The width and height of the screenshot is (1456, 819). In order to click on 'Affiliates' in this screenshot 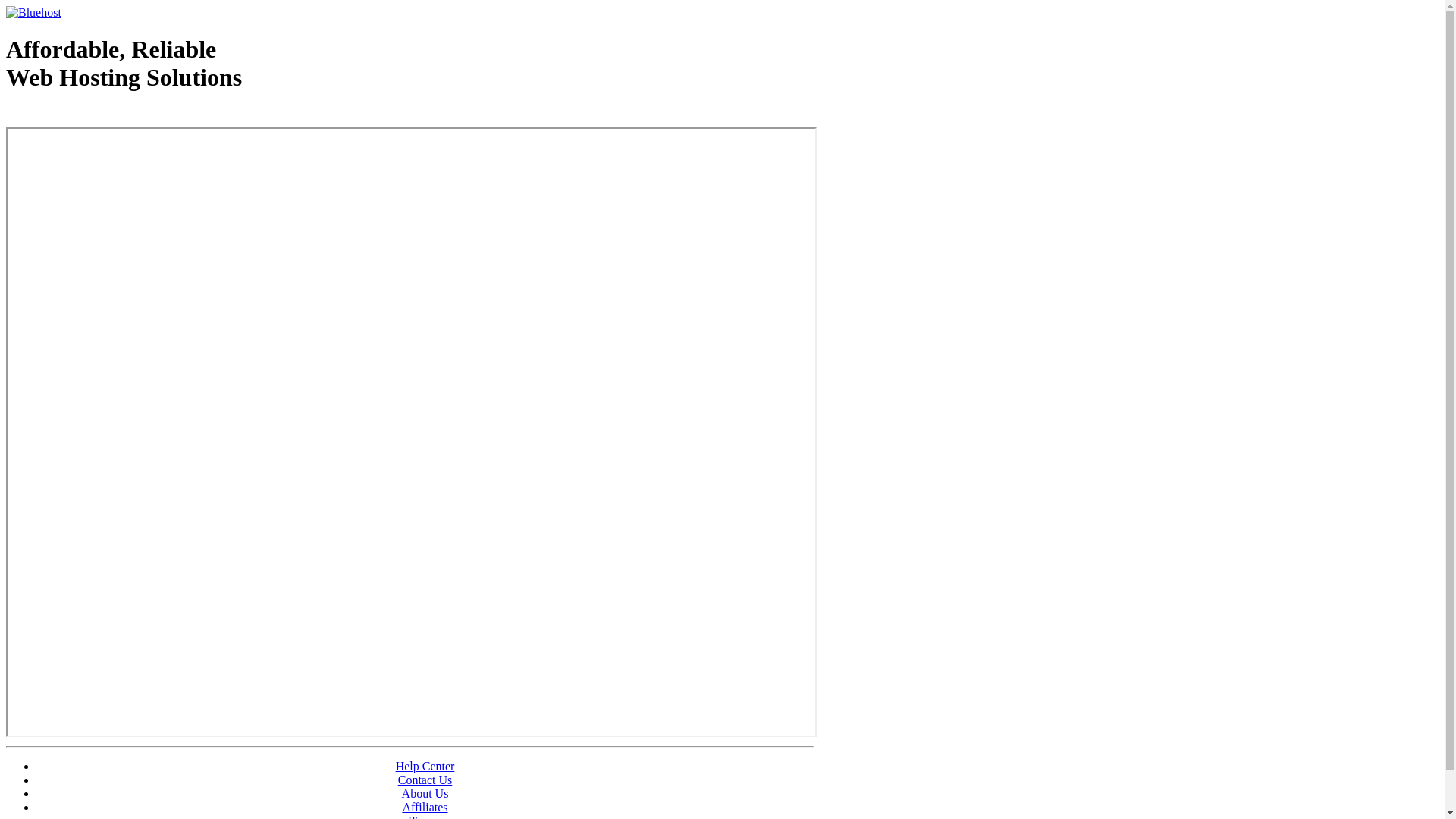, I will do `click(425, 806)`.